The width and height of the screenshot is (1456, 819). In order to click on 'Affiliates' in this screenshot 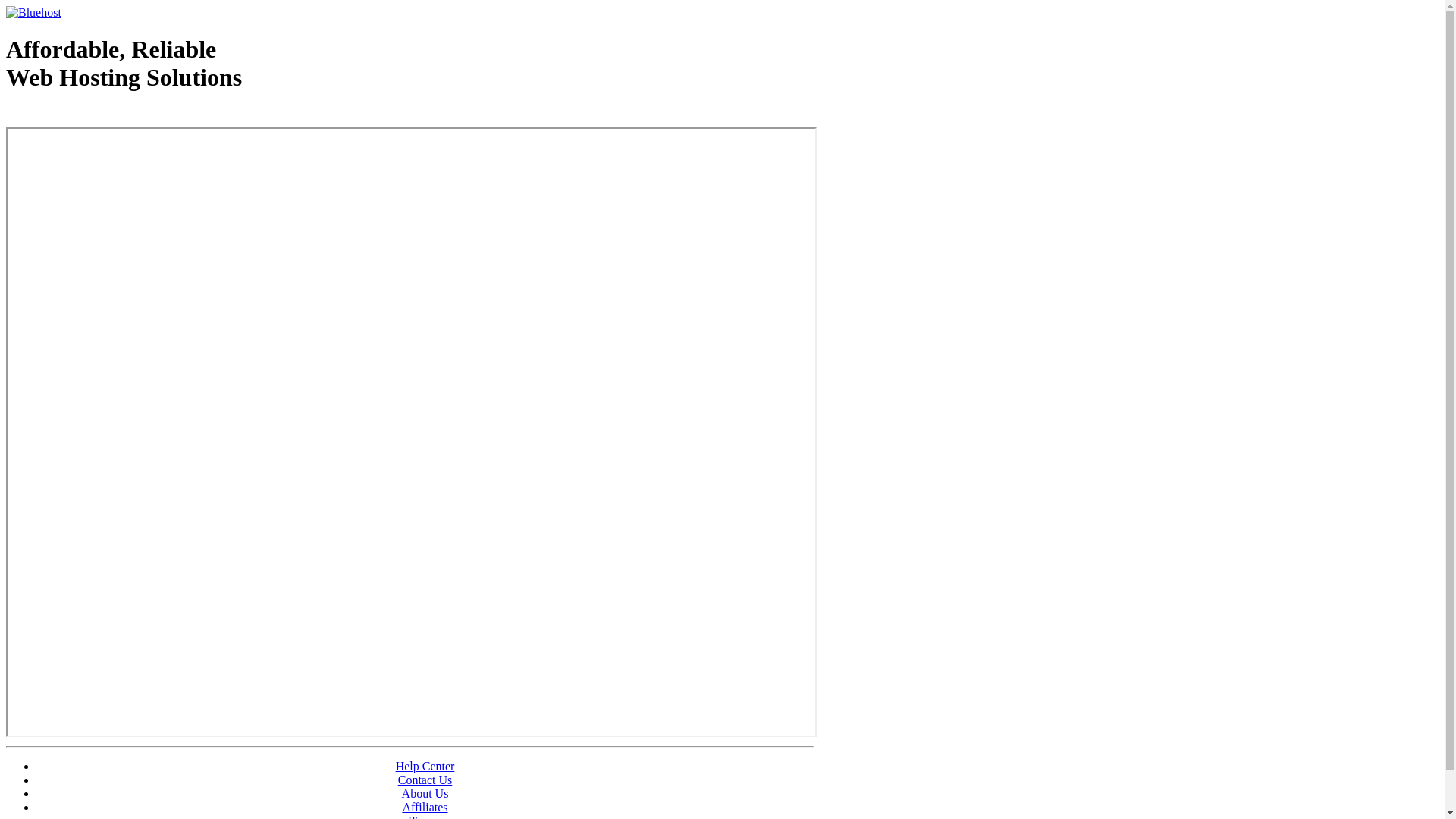, I will do `click(425, 806)`.